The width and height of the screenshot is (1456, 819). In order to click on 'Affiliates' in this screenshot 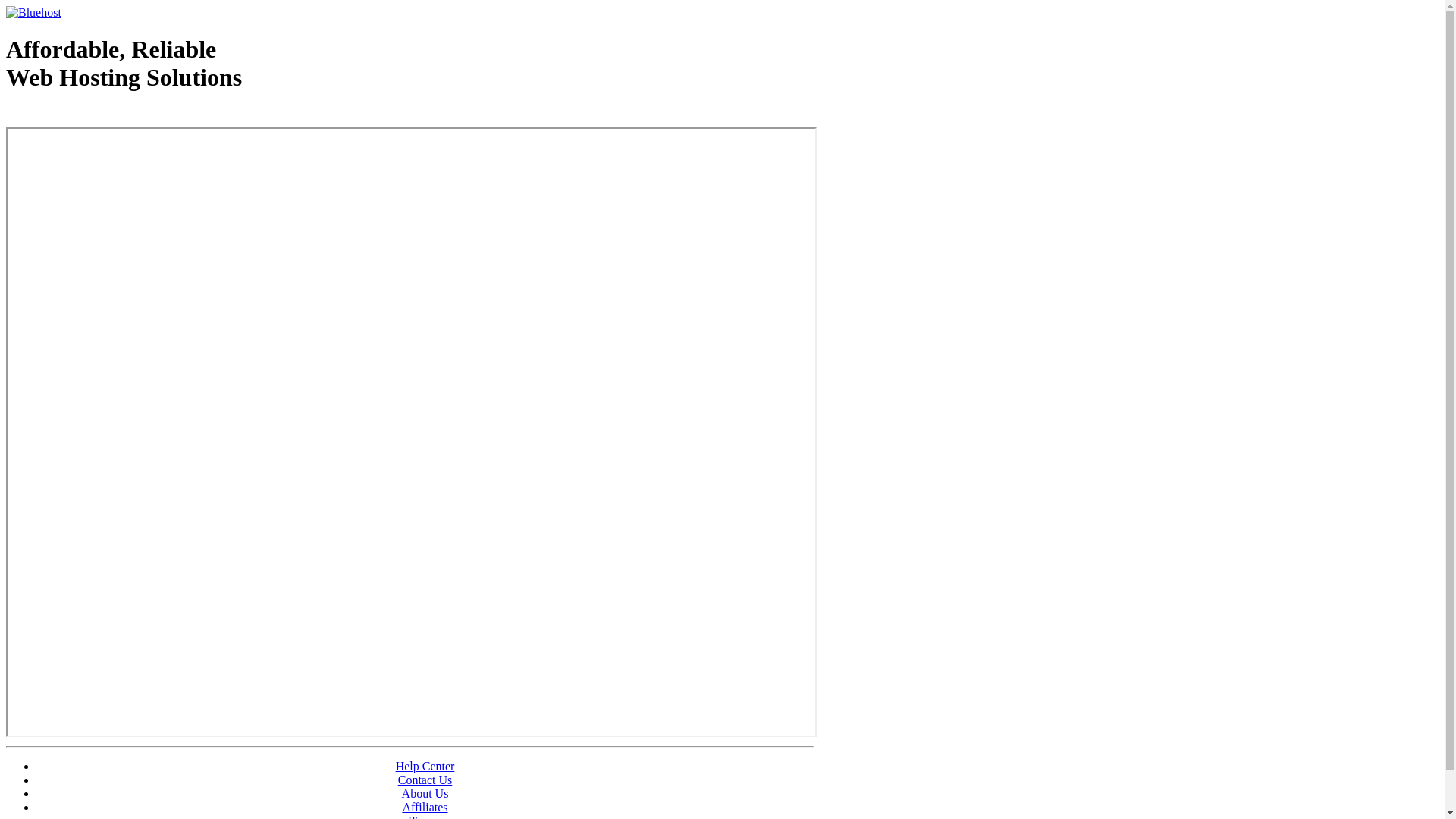, I will do `click(425, 806)`.